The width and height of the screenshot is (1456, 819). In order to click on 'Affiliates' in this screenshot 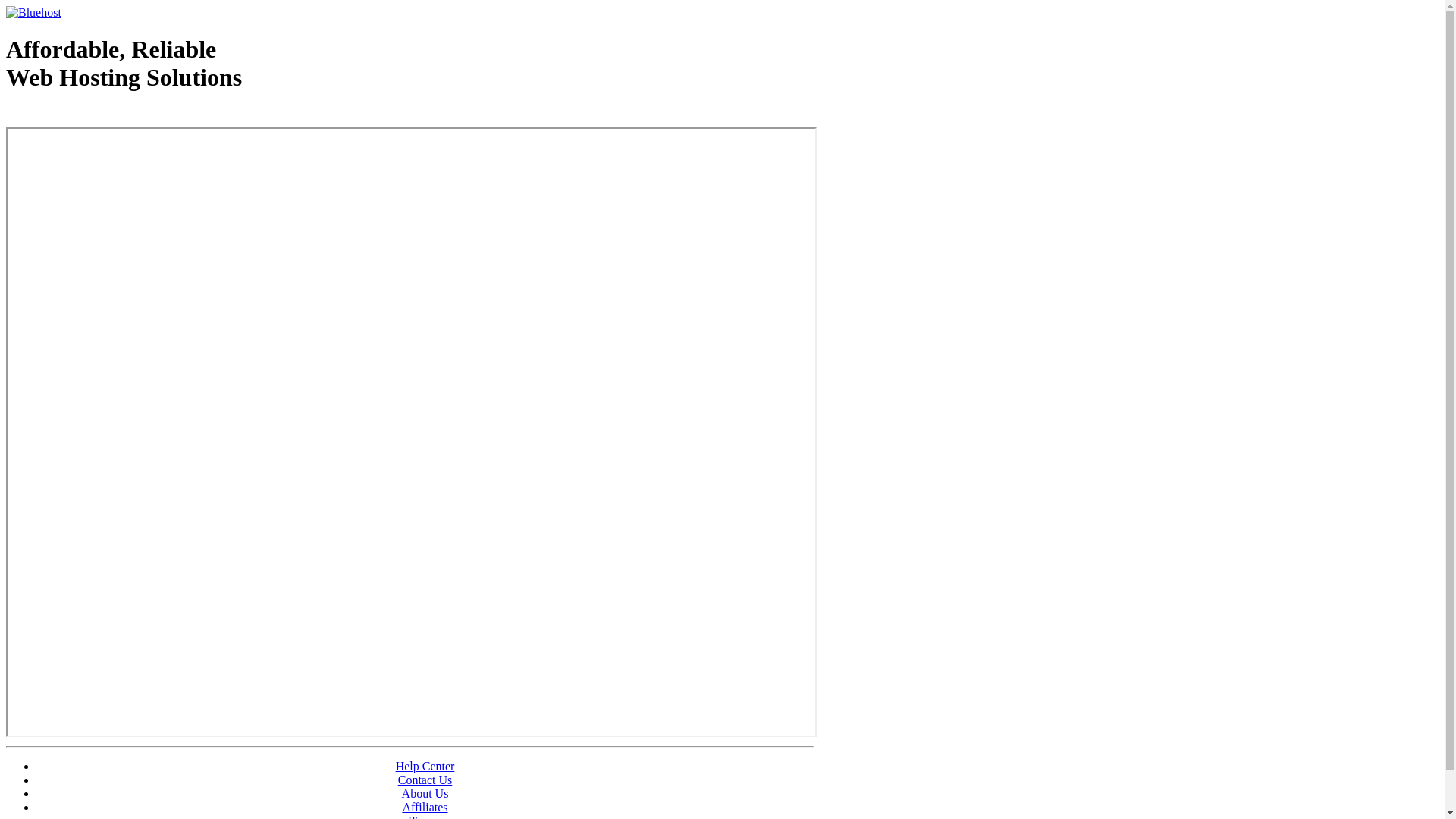, I will do `click(425, 806)`.